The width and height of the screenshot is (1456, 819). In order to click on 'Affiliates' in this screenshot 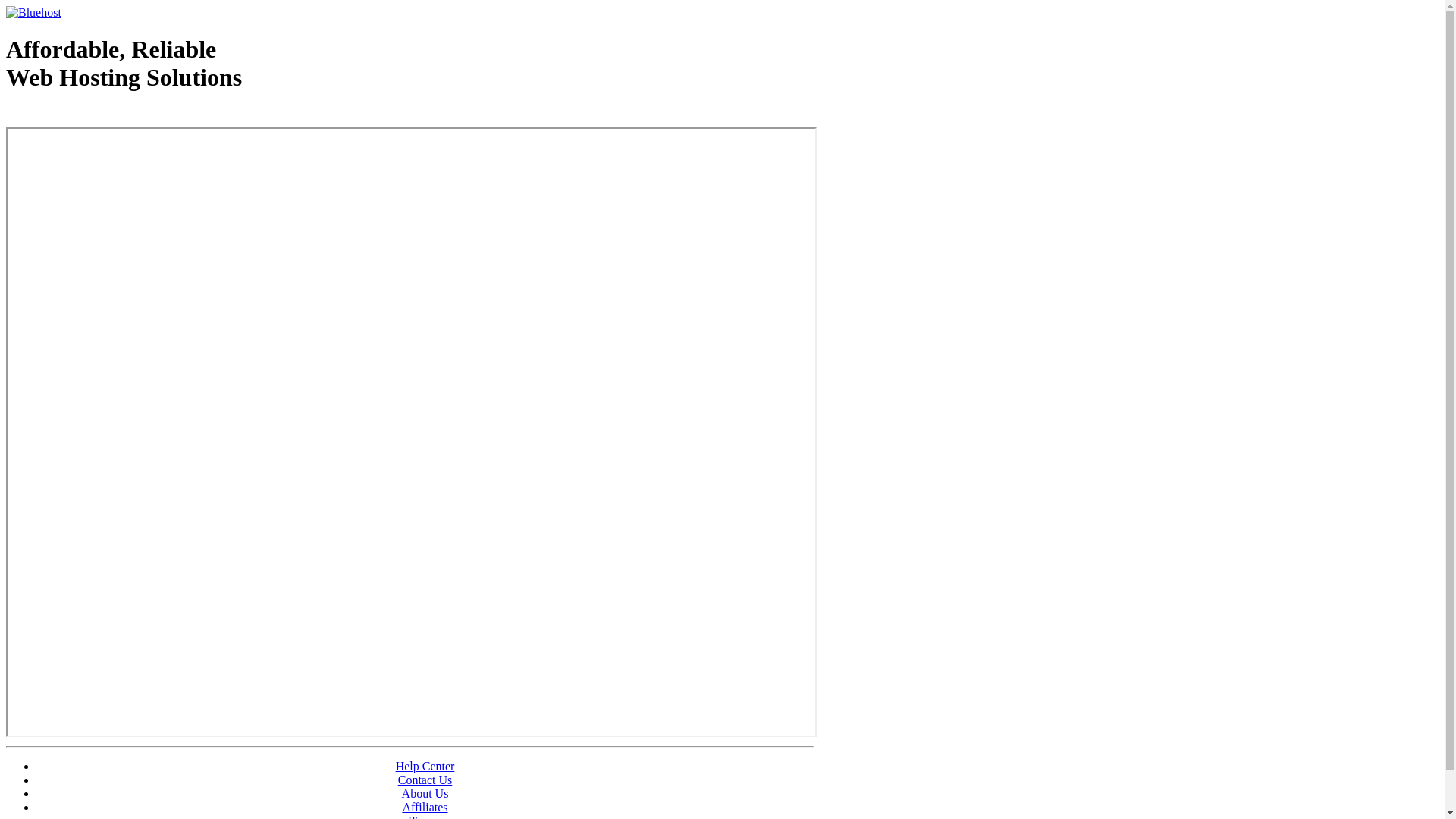, I will do `click(425, 806)`.